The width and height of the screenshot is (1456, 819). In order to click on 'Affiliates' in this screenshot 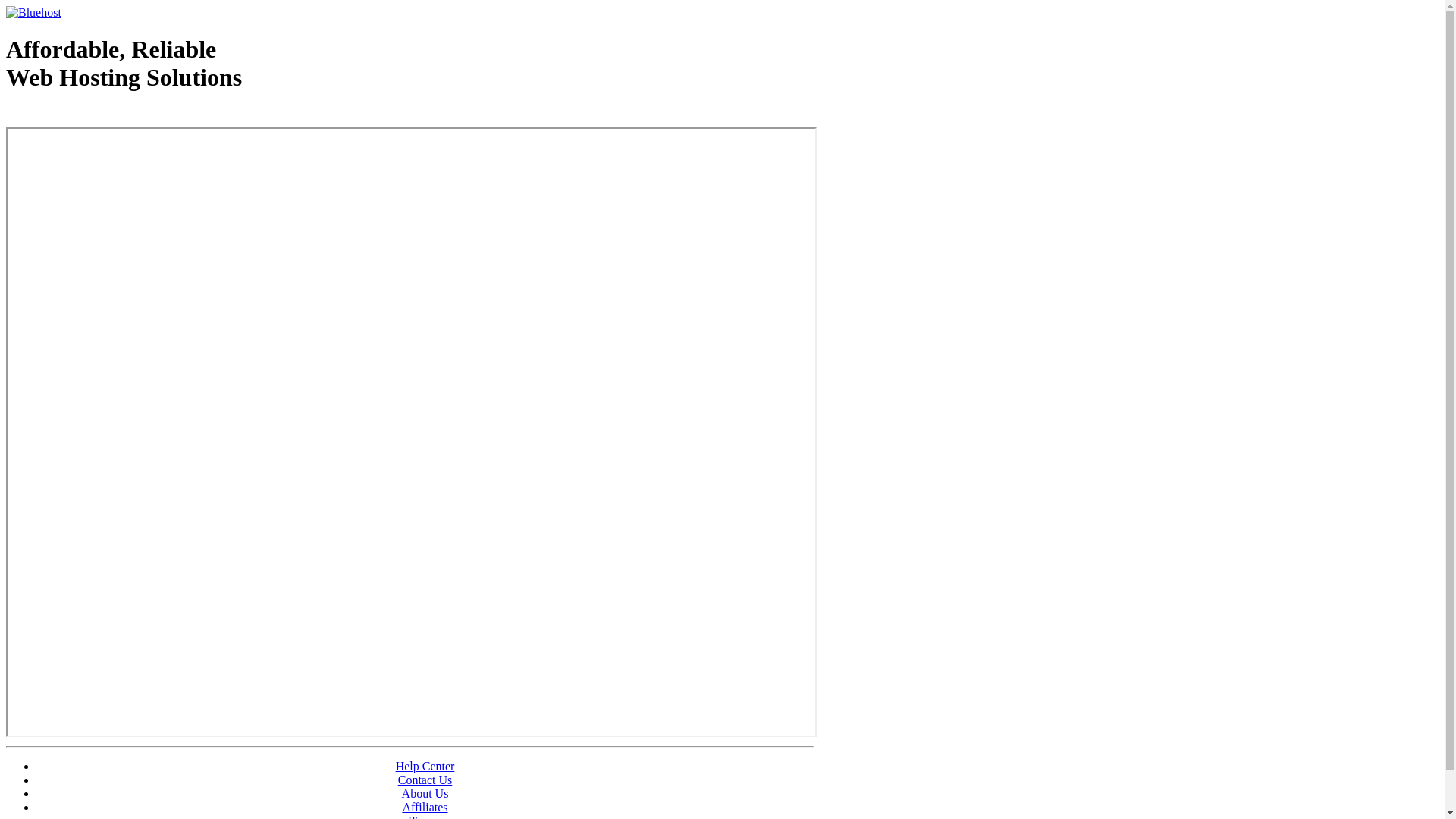, I will do `click(425, 806)`.